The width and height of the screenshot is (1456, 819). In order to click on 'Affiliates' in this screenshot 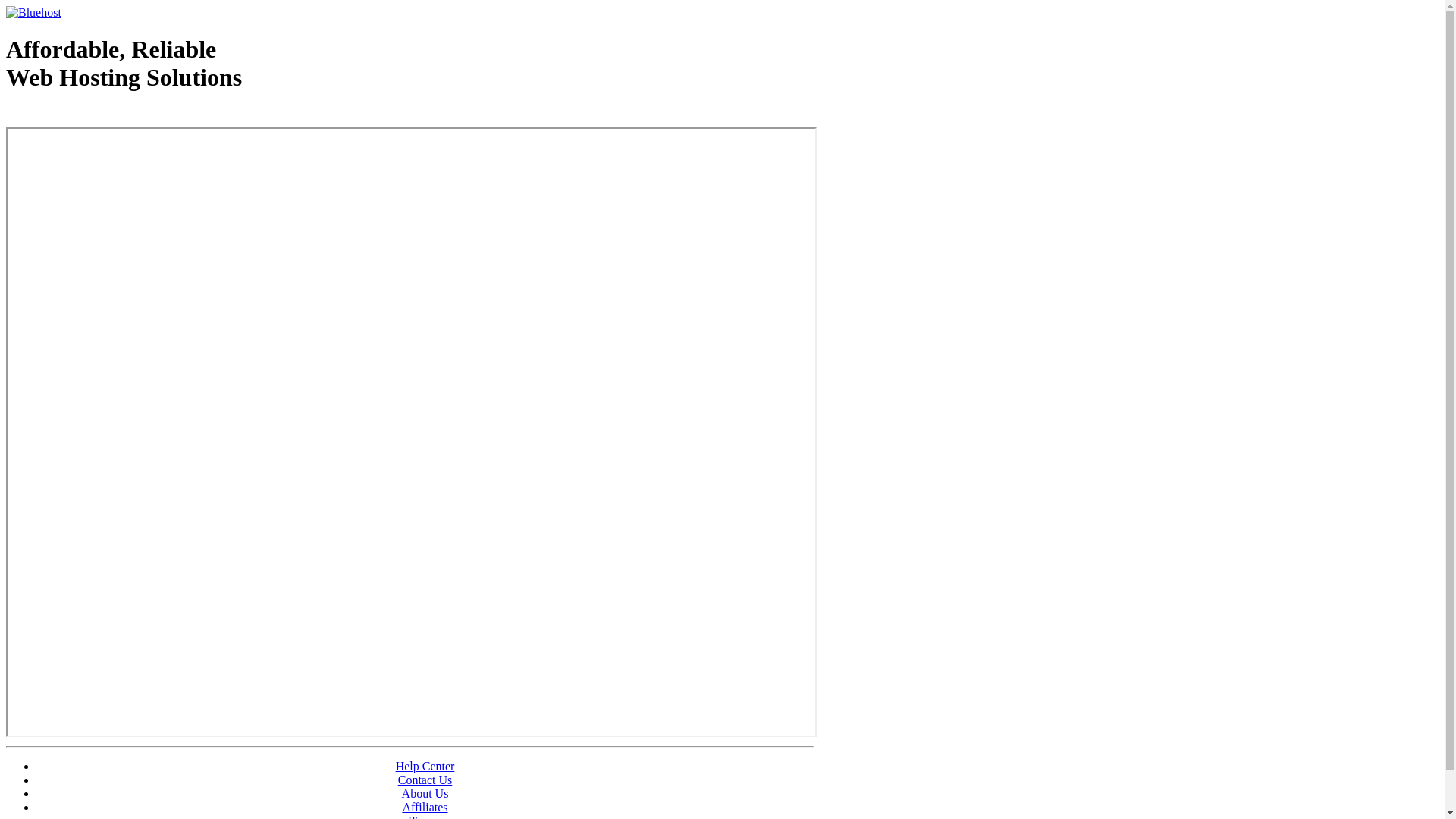, I will do `click(425, 806)`.